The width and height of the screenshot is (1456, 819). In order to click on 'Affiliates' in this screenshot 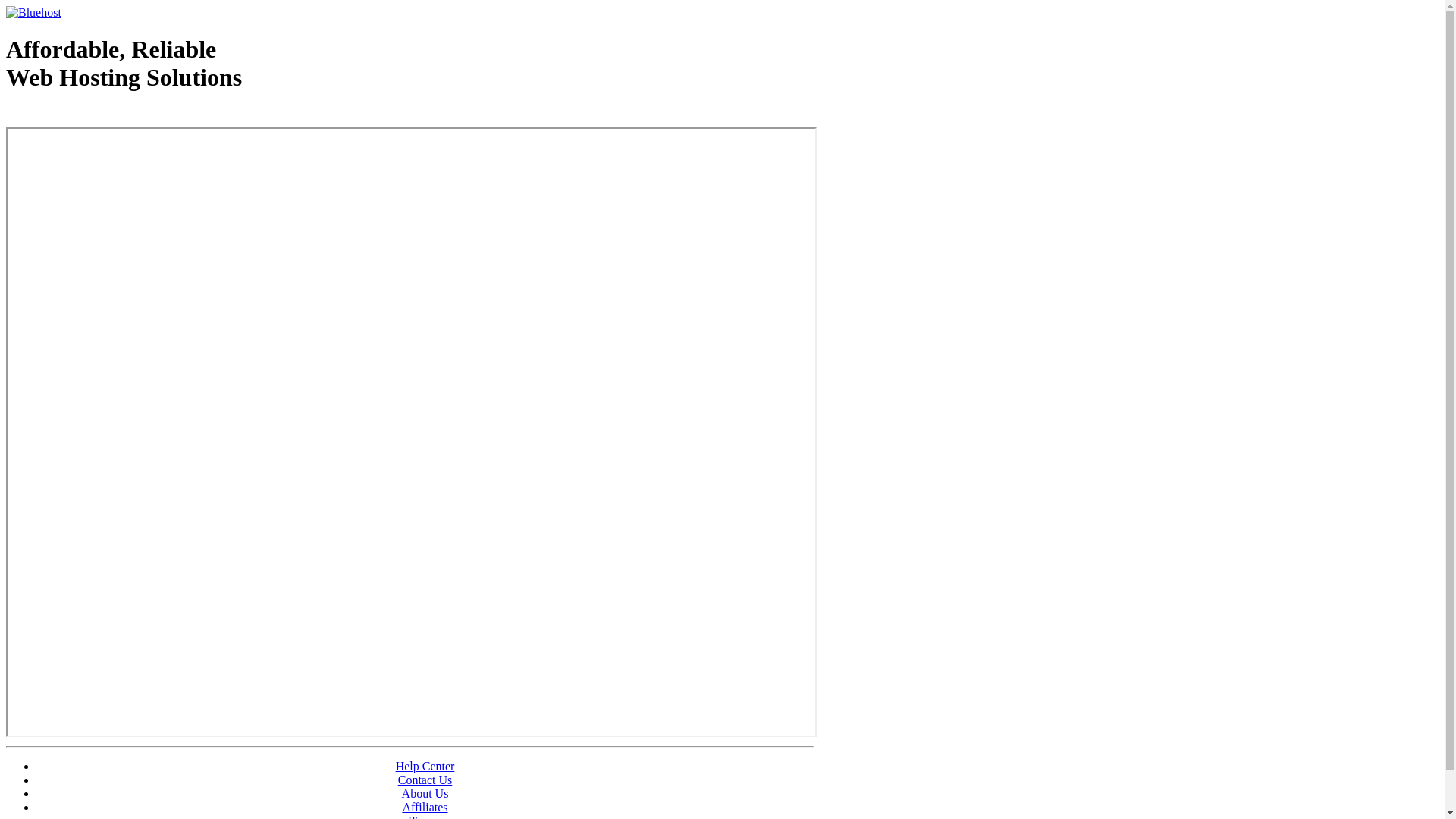, I will do `click(425, 806)`.